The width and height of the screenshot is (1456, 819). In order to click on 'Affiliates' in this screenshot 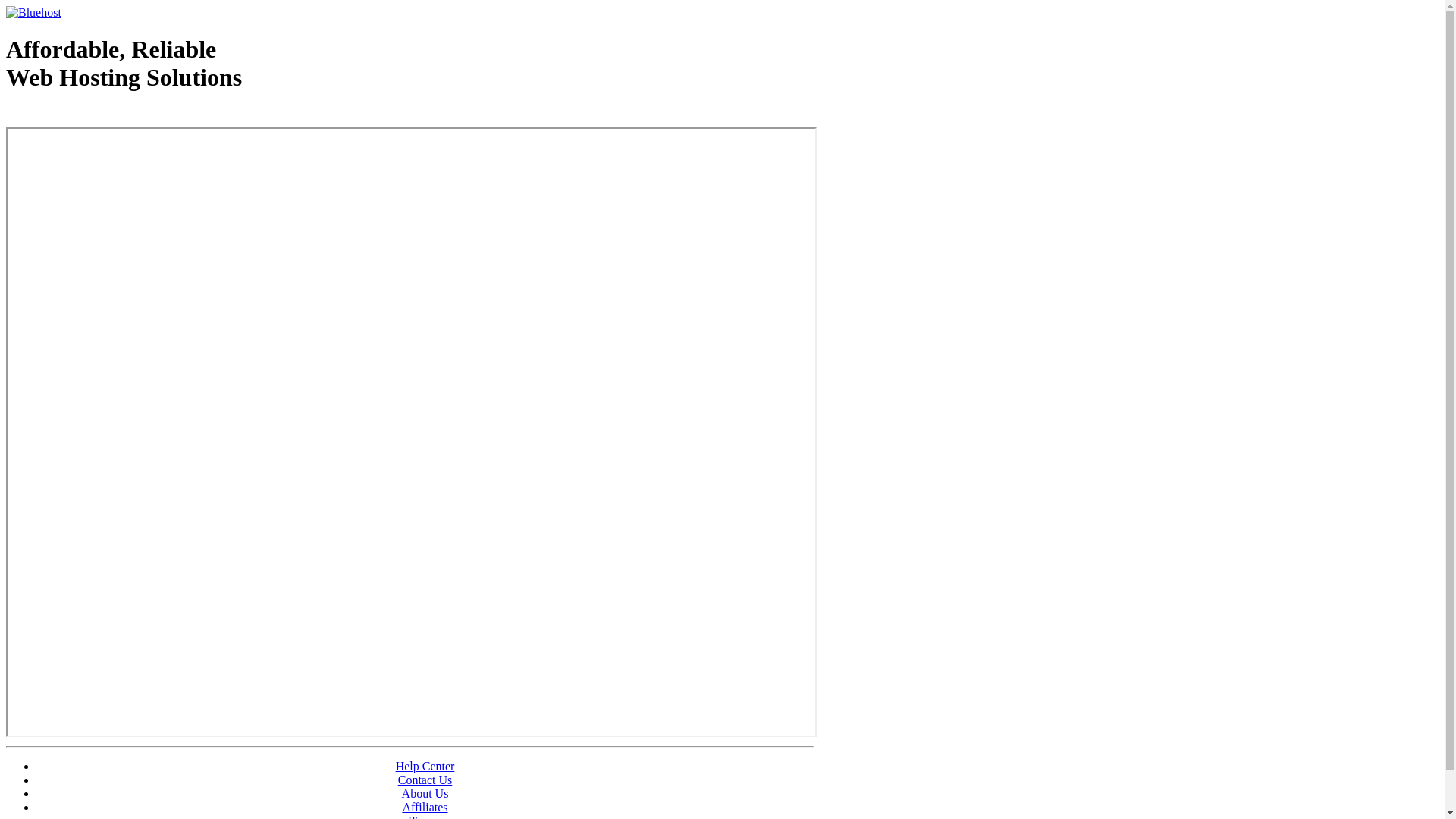, I will do `click(425, 806)`.